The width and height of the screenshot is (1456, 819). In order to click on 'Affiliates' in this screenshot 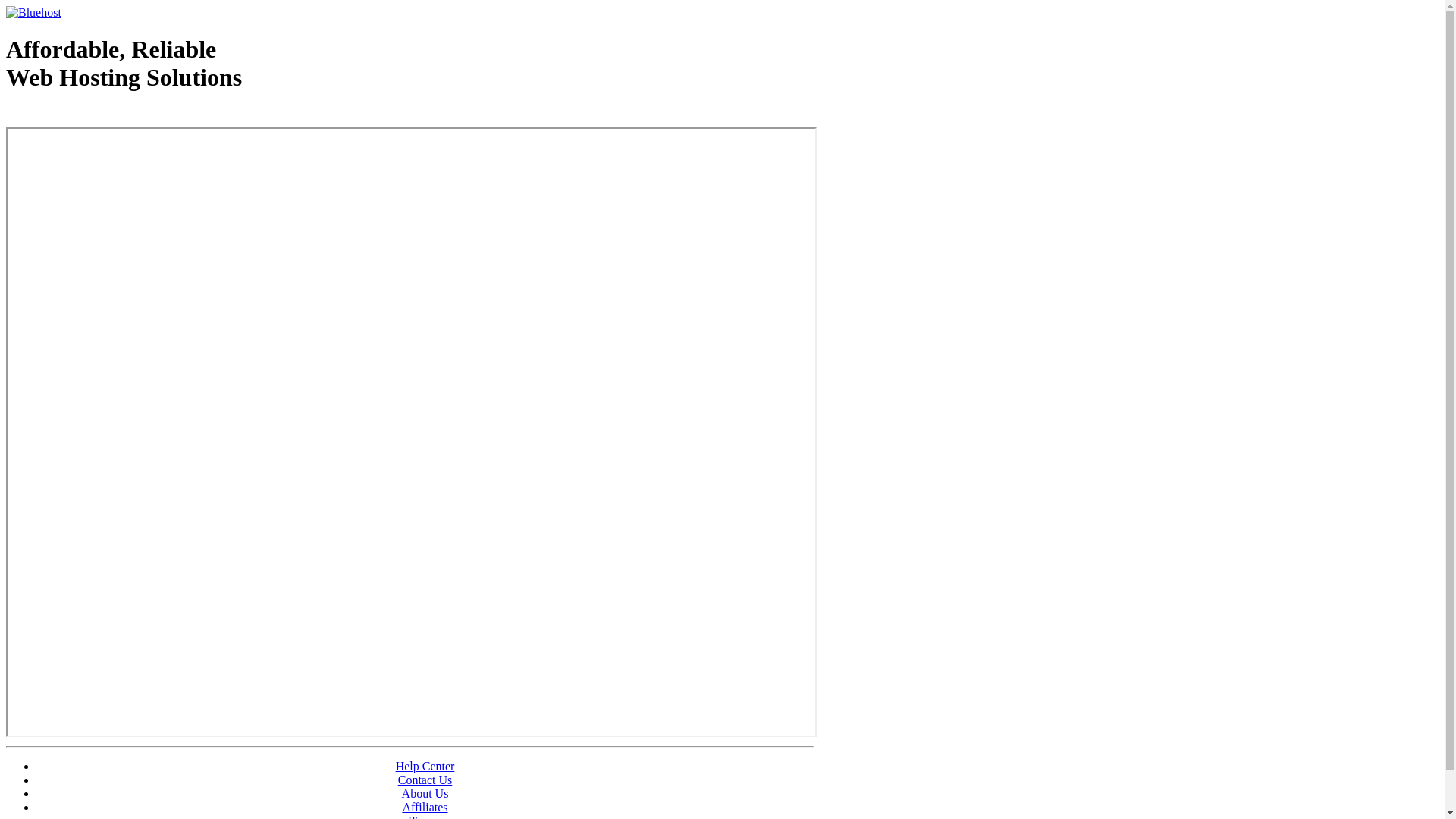, I will do `click(425, 806)`.